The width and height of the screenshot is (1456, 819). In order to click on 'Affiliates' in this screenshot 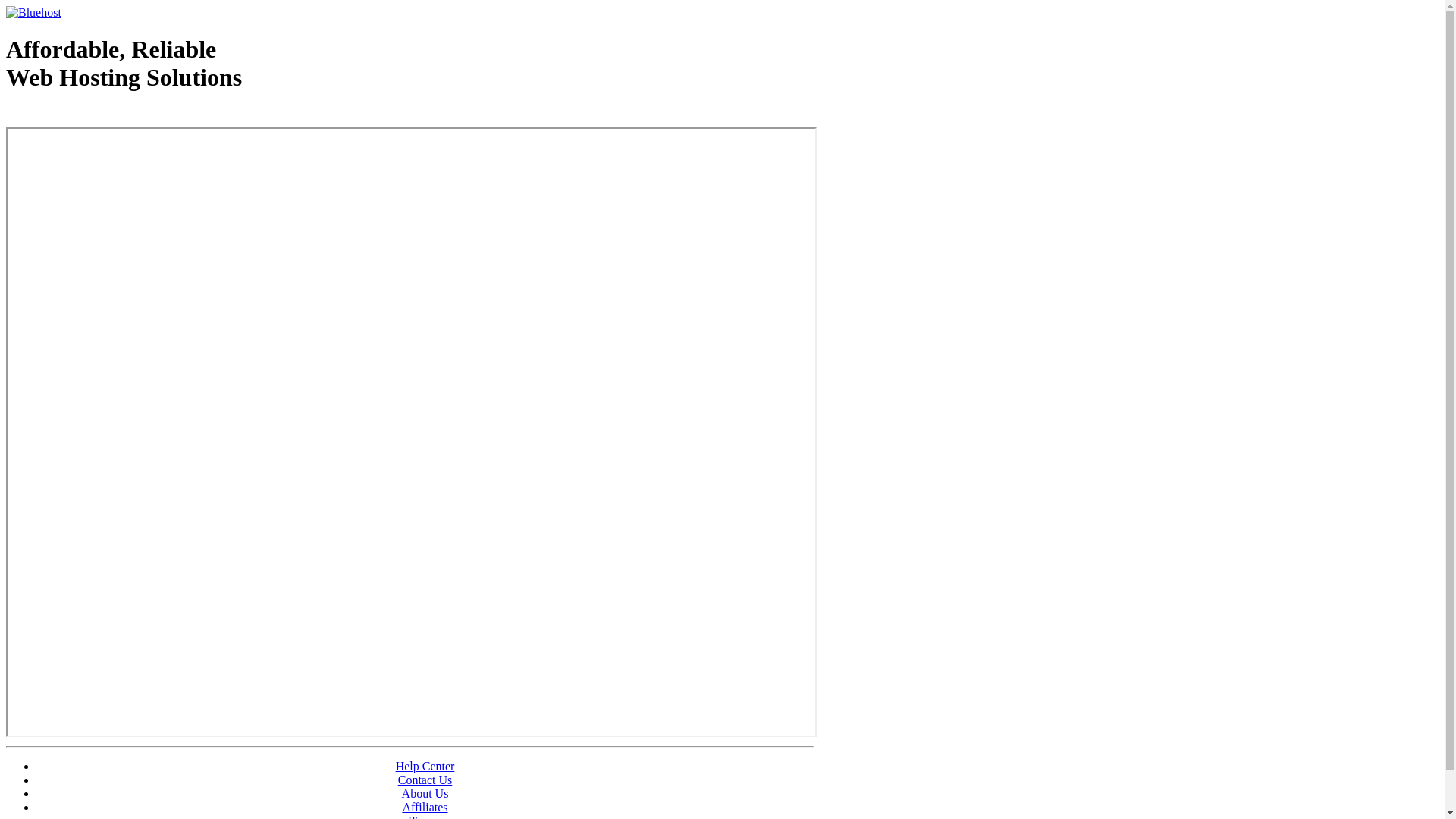, I will do `click(425, 806)`.